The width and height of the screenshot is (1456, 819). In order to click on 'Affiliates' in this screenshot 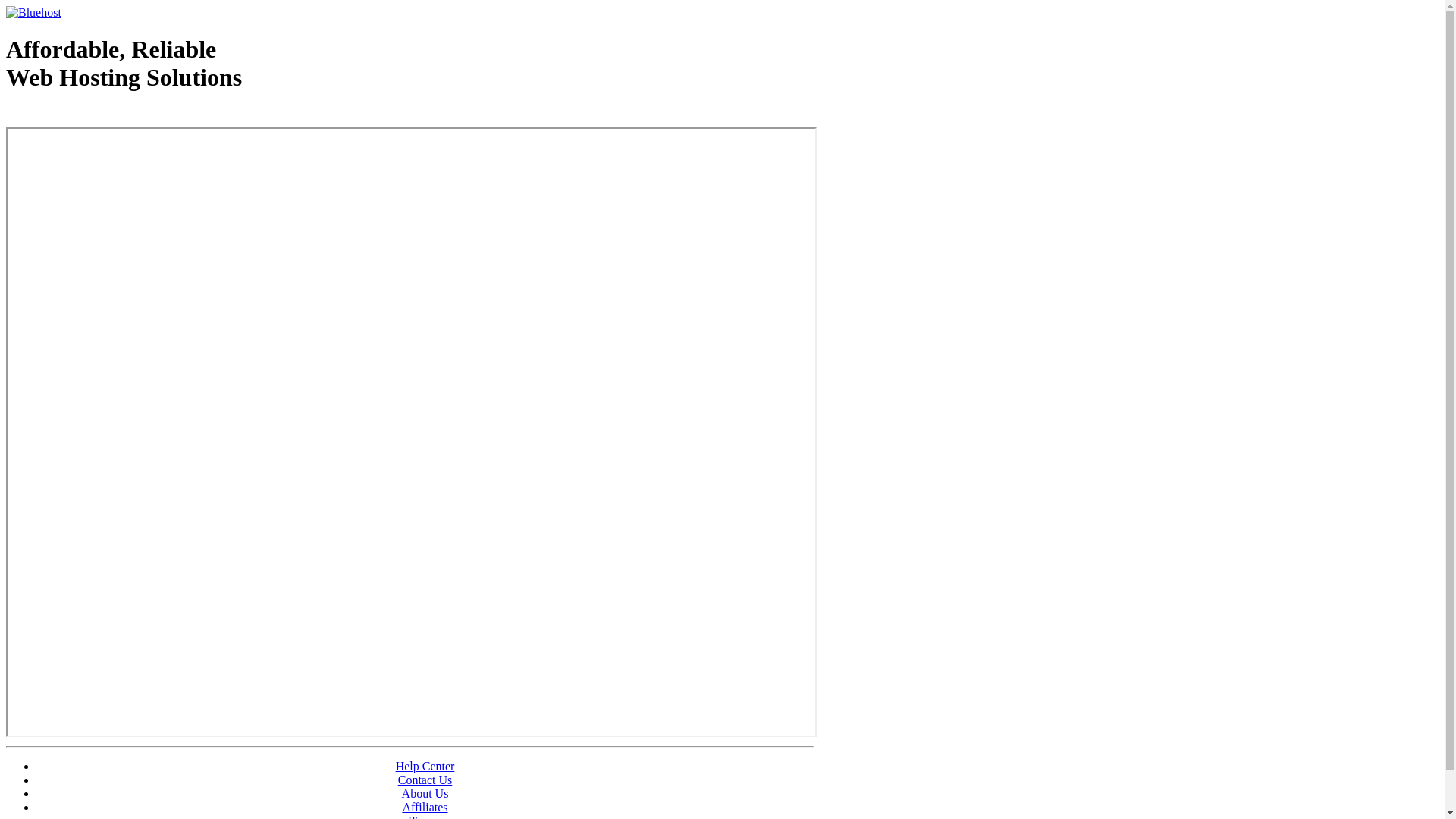, I will do `click(425, 806)`.